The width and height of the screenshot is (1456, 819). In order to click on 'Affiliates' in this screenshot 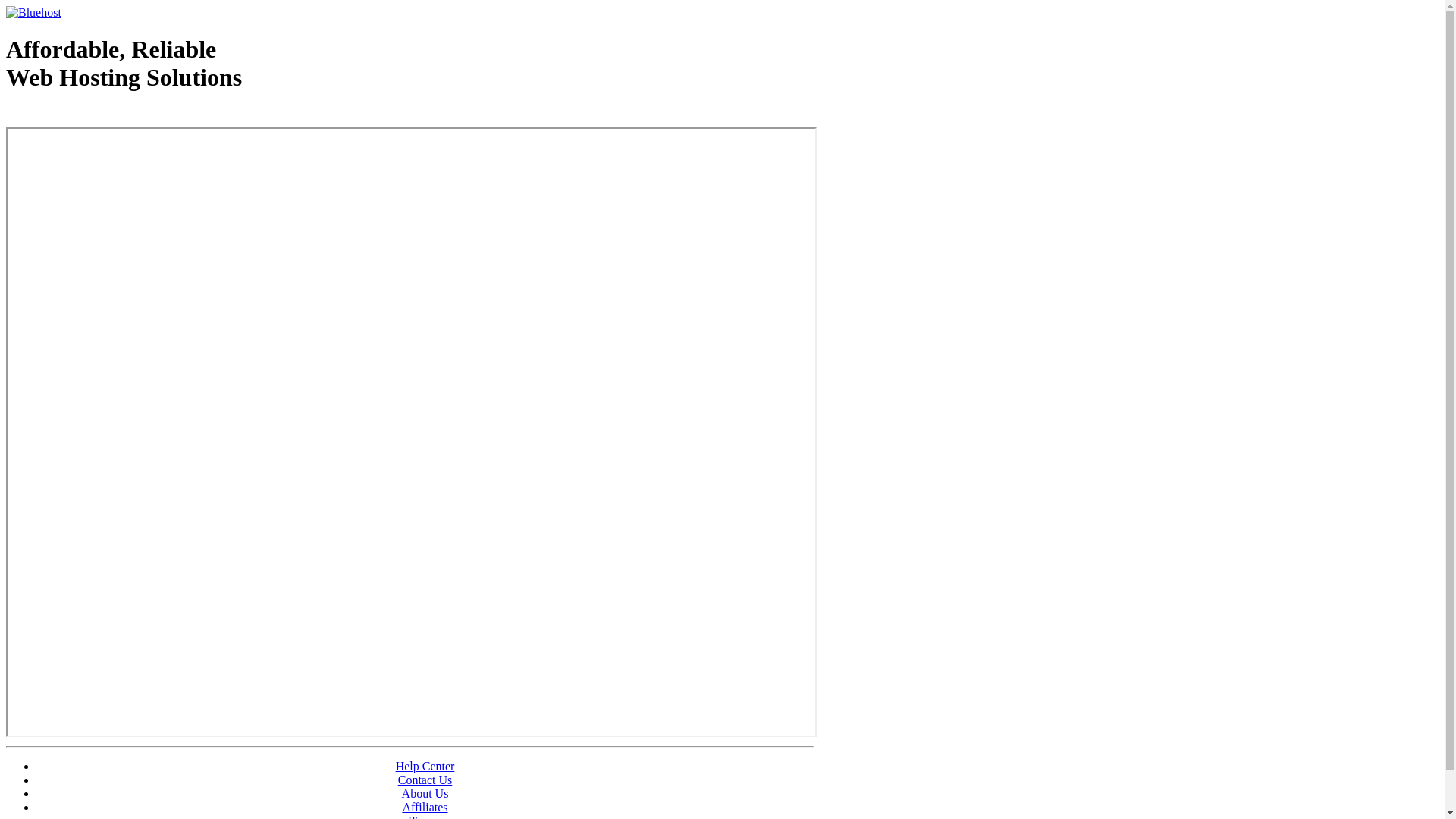, I will do `click(425, 806)`.